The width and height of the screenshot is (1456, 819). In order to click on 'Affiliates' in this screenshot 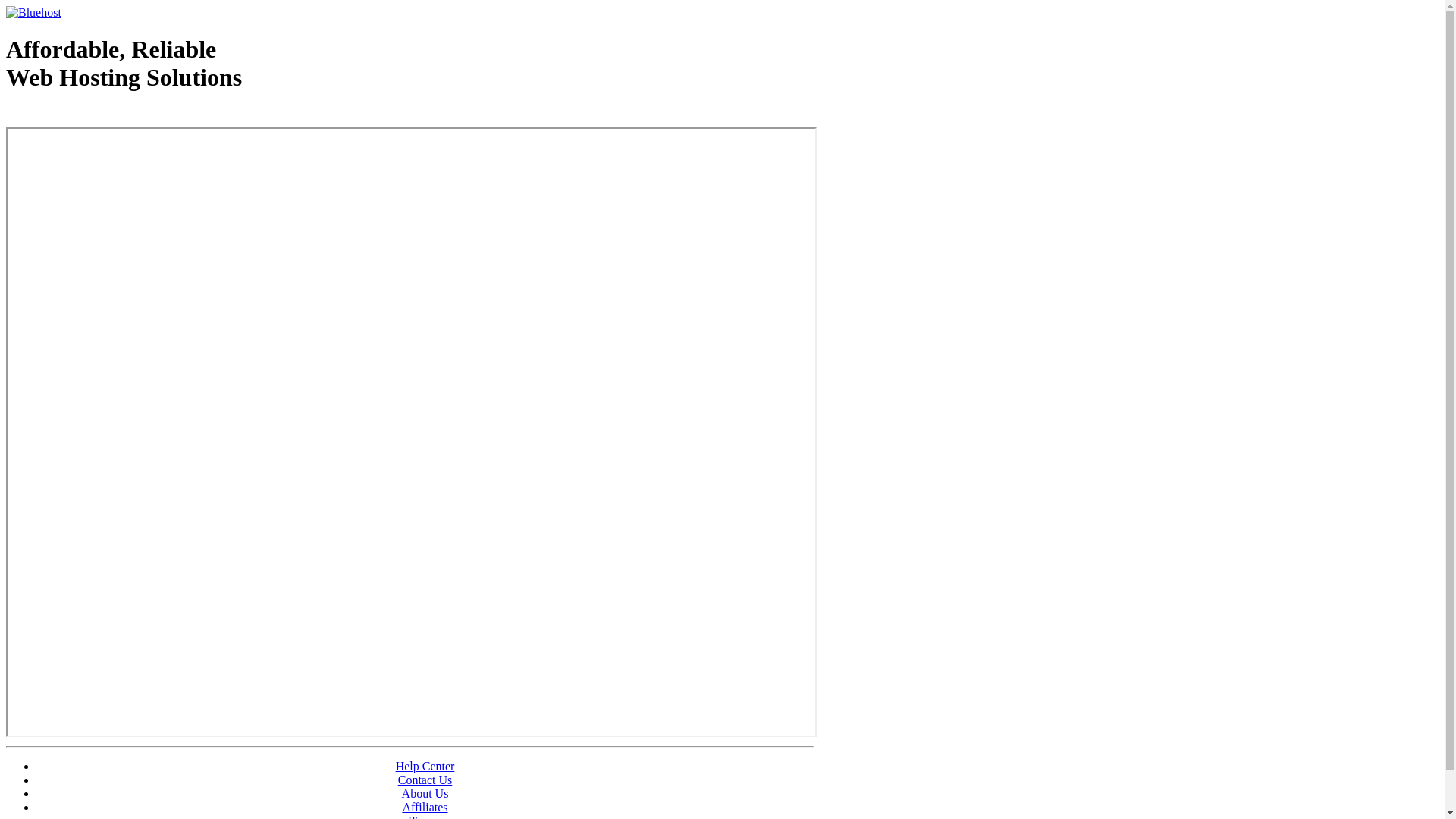, I will do `click(425, 806)`.